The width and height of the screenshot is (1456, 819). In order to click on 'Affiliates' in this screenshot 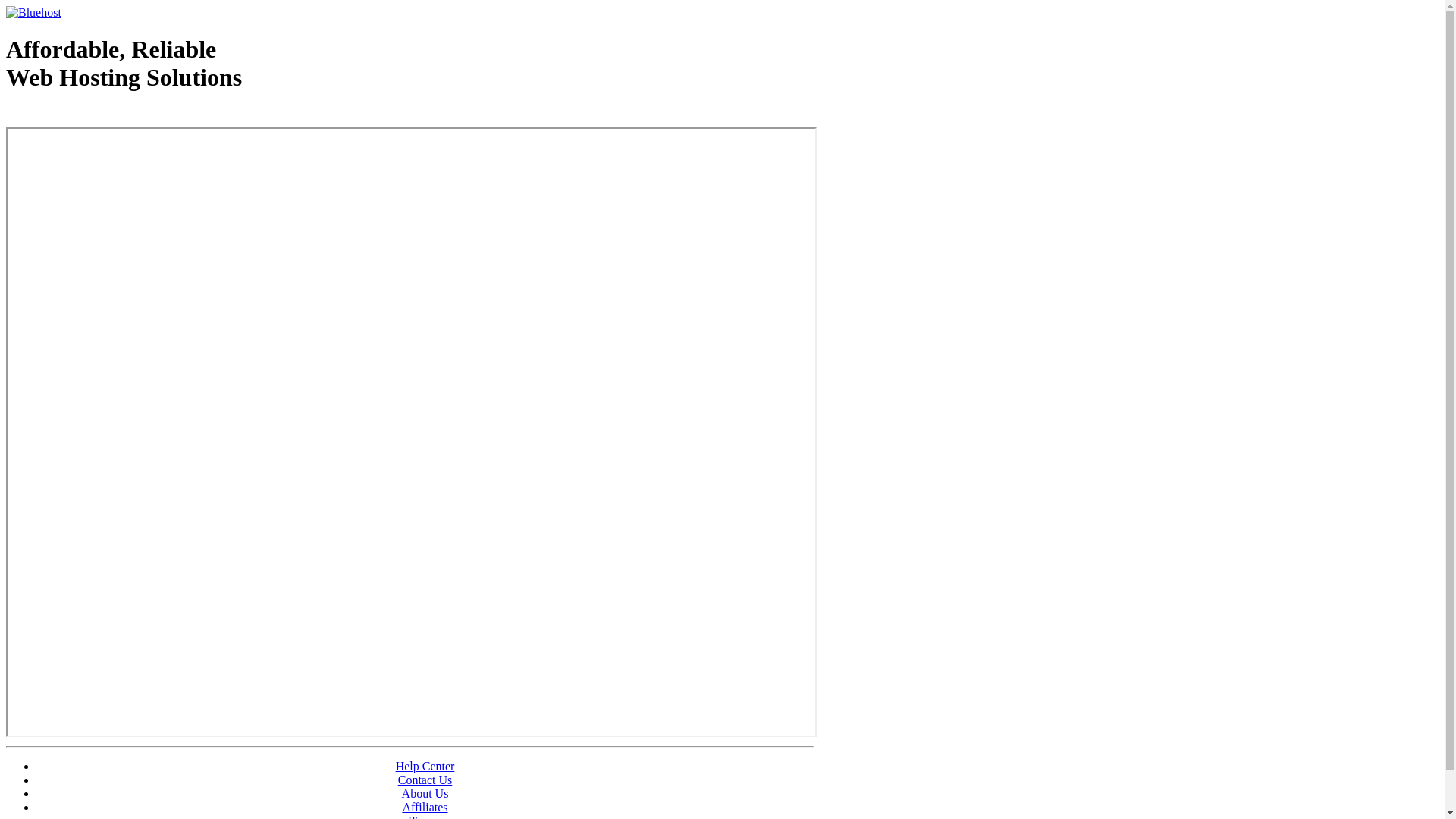, I will do `click(425, 806)`.